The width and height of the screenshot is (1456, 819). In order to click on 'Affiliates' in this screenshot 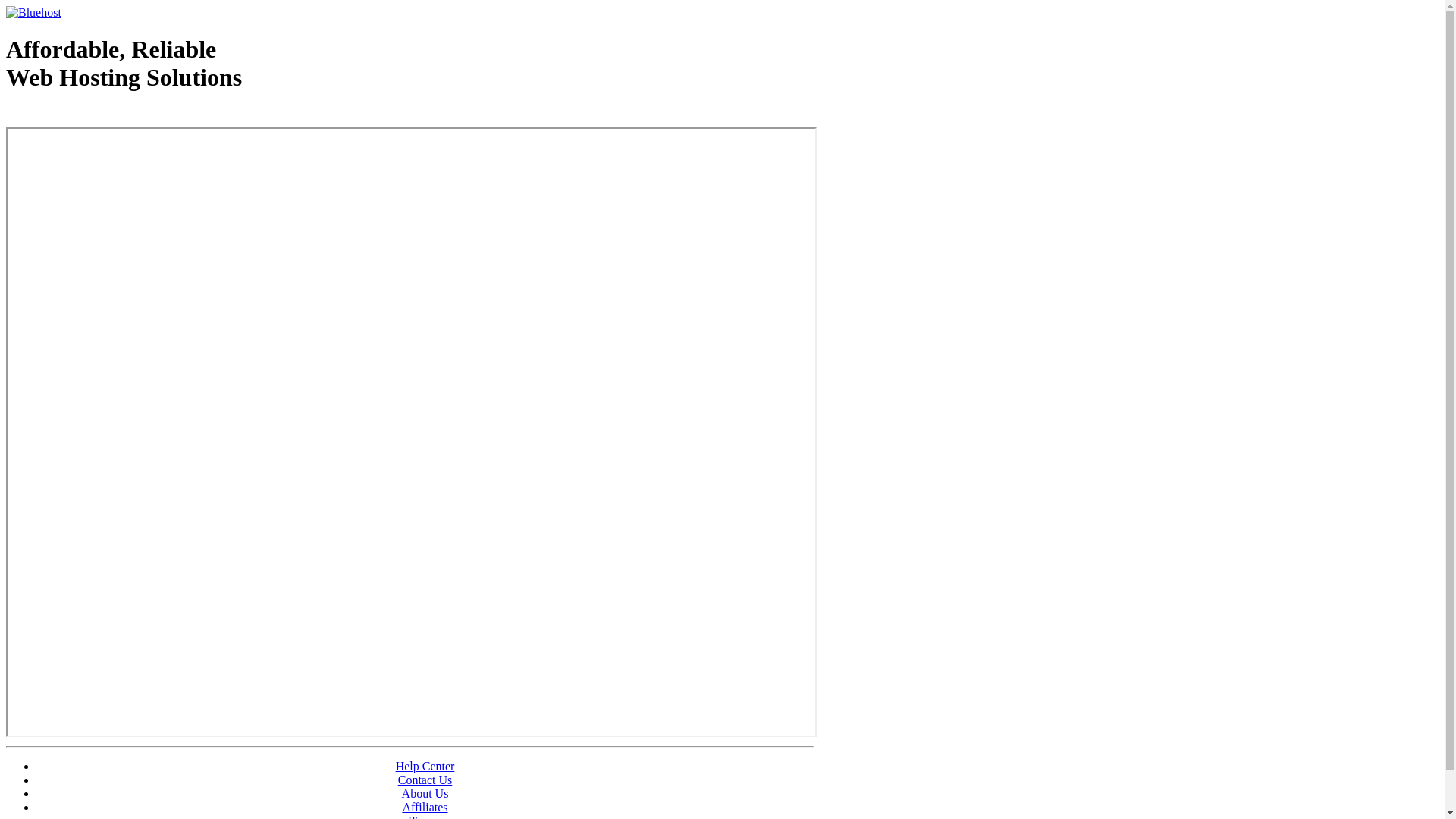, I will do `click(425, 806)`.